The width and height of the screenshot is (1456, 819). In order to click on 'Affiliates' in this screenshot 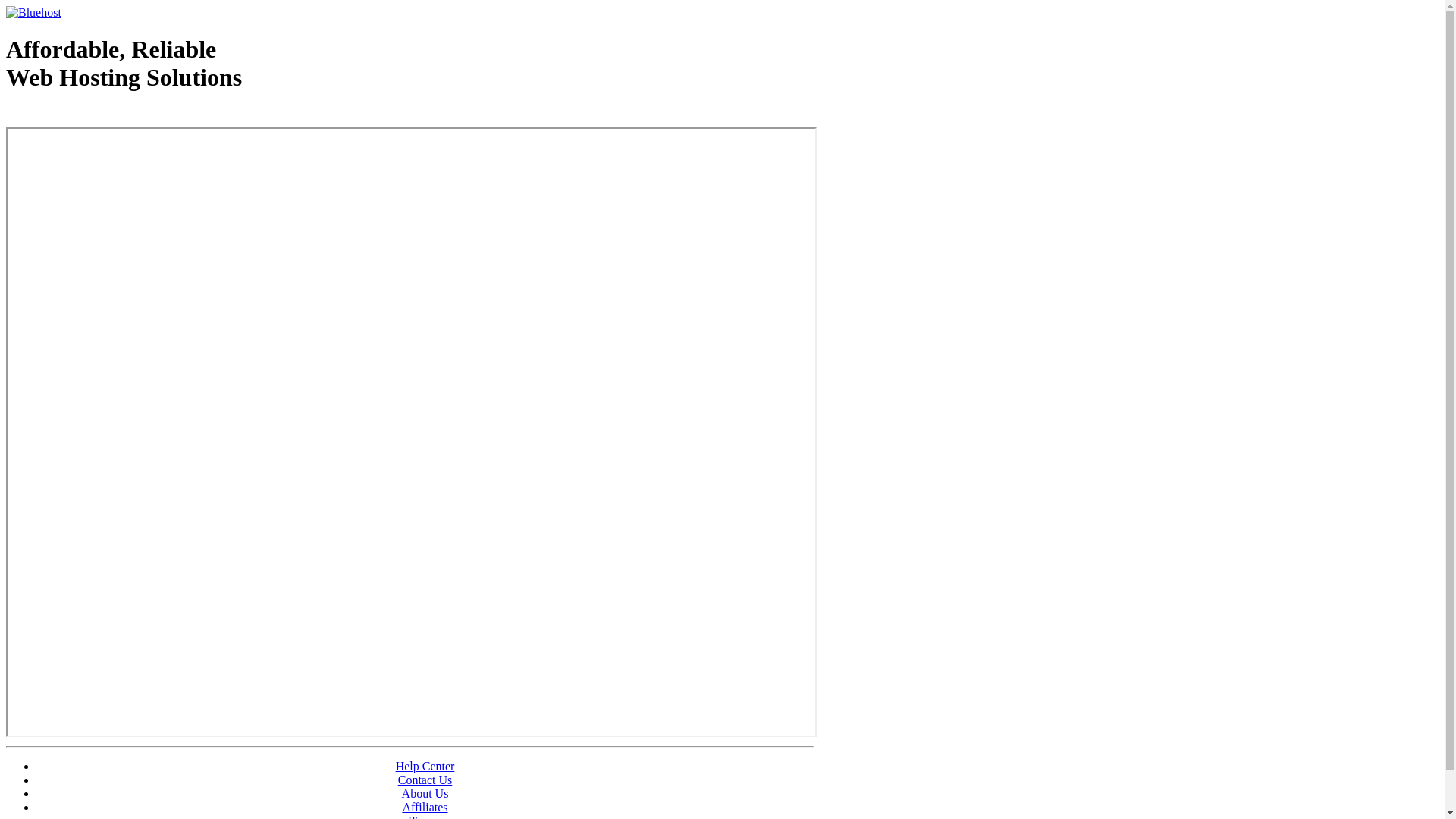, I will do `click(425, 806)`.